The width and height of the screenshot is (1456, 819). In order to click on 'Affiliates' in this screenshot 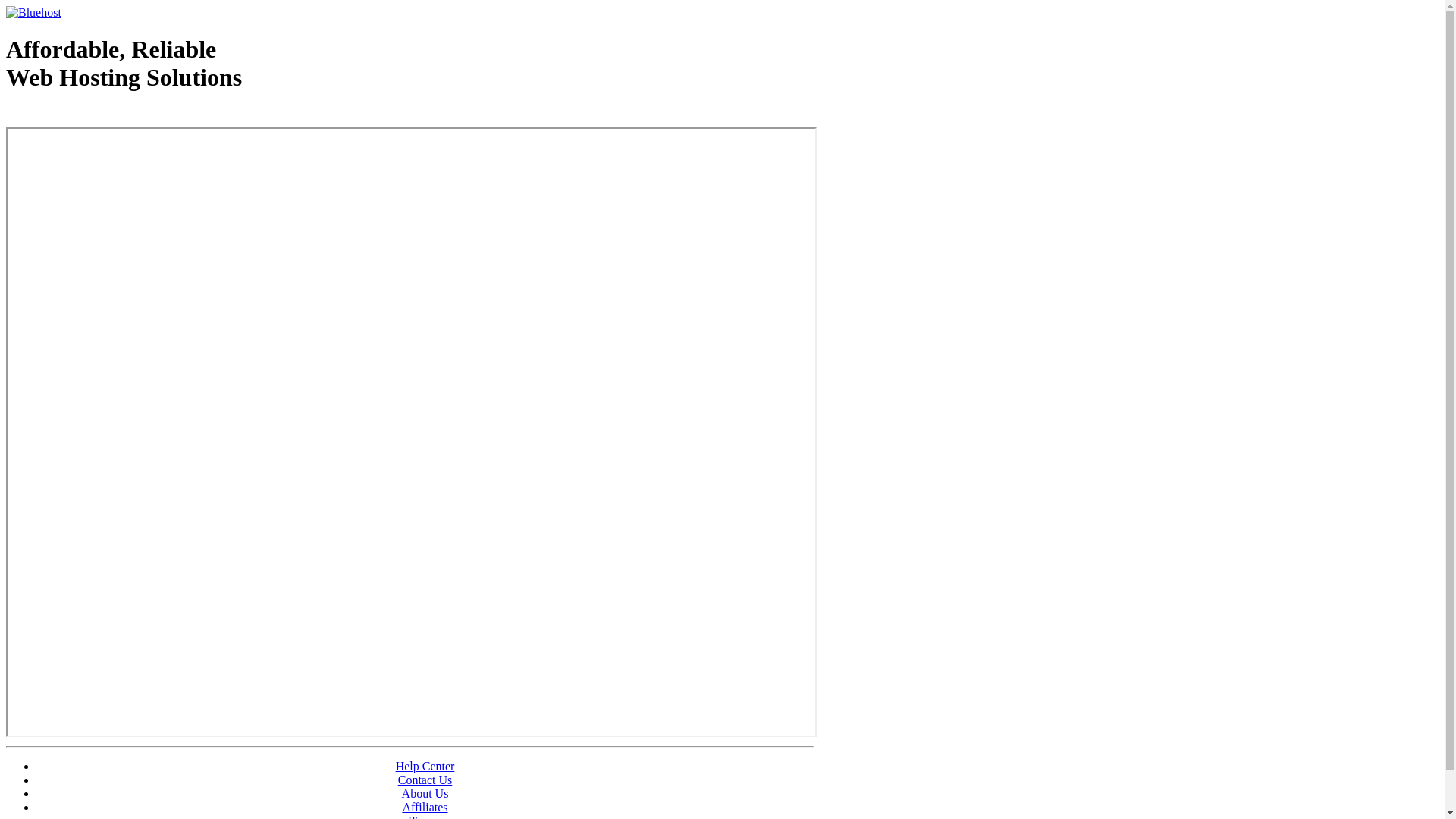, I will do `click(425, 806)`.